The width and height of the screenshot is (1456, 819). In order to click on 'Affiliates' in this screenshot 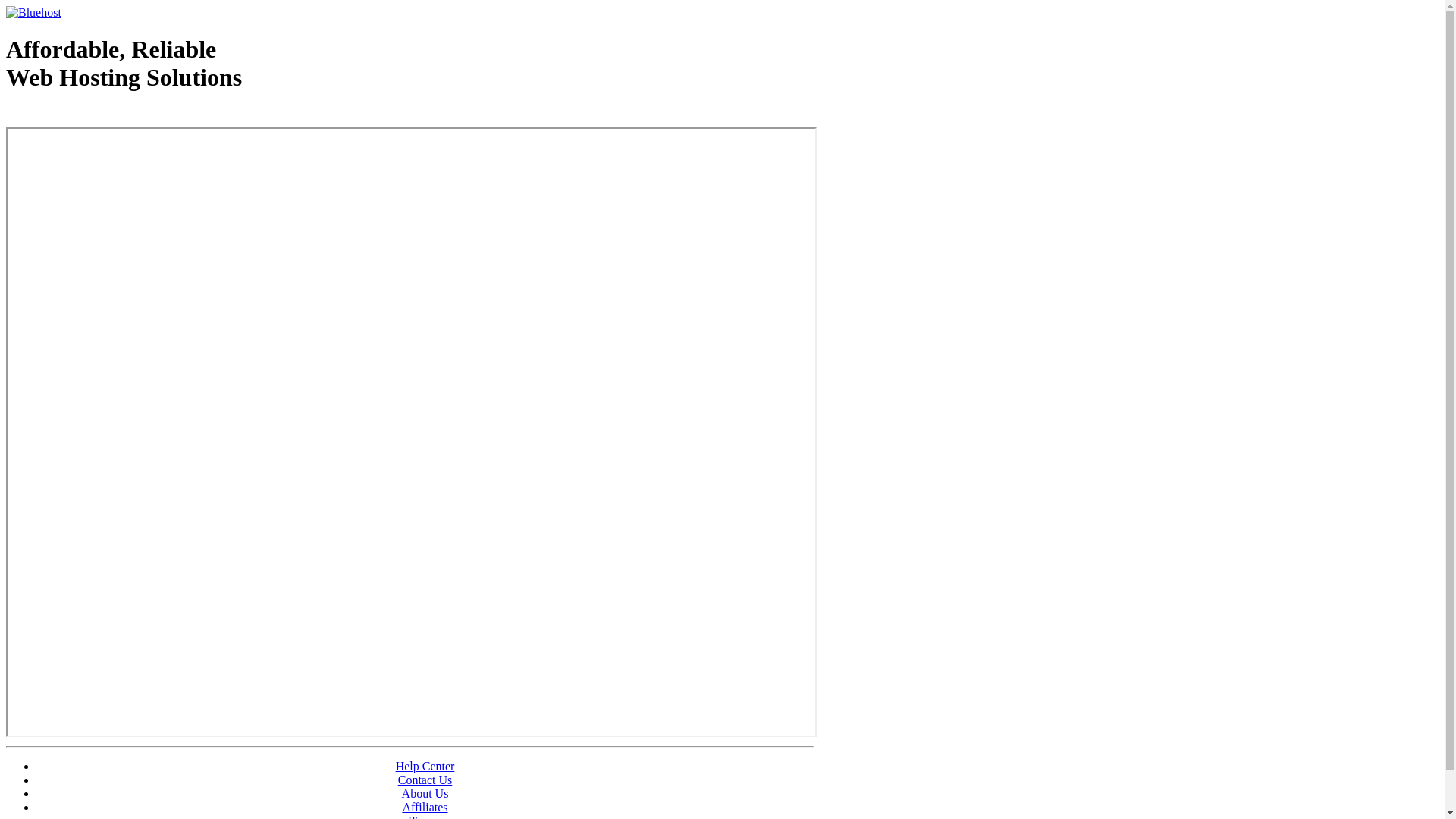, I will do `click(425, 806)`.